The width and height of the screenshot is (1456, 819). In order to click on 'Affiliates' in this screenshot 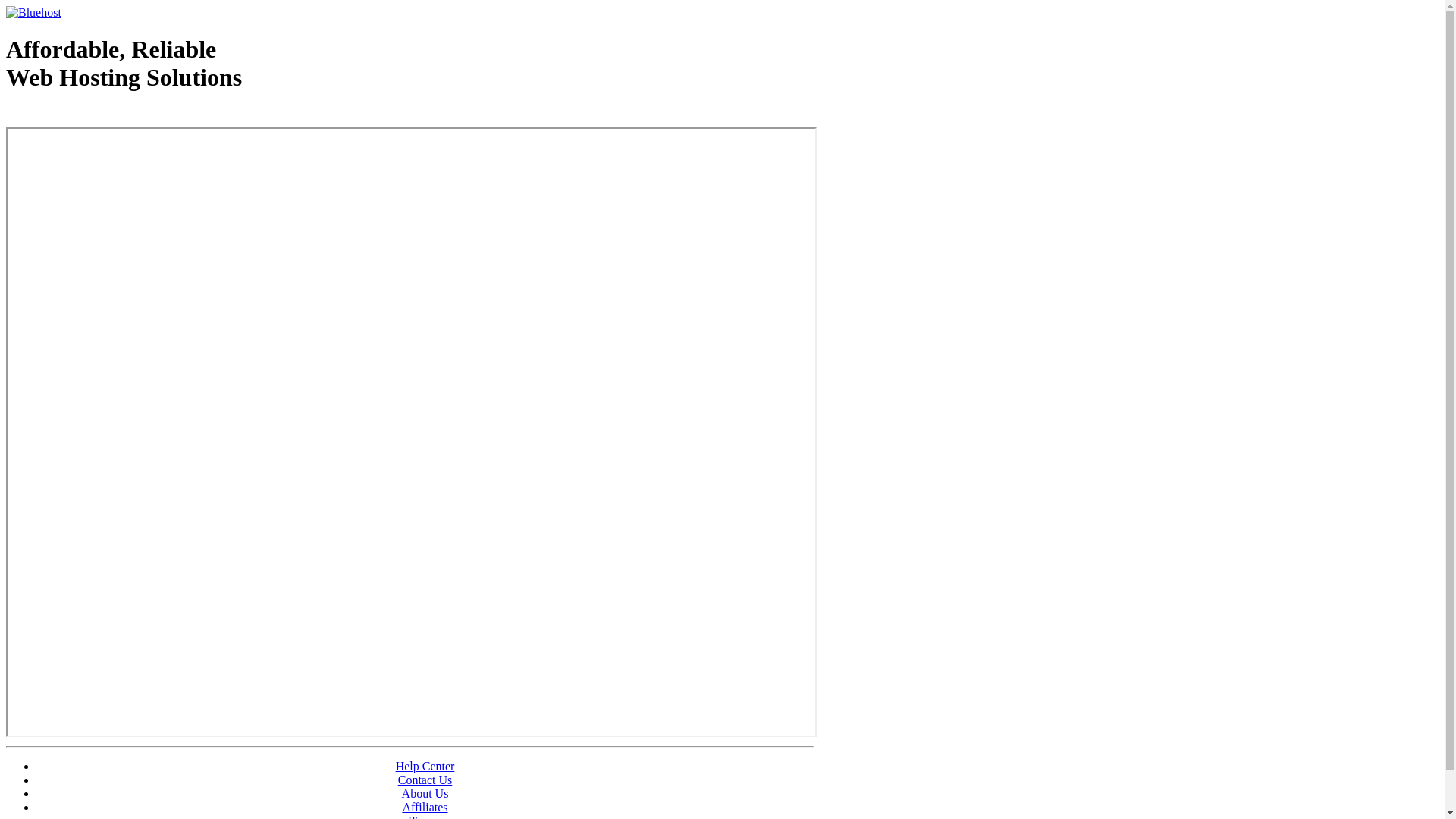, I will do `click(425, 806)`.